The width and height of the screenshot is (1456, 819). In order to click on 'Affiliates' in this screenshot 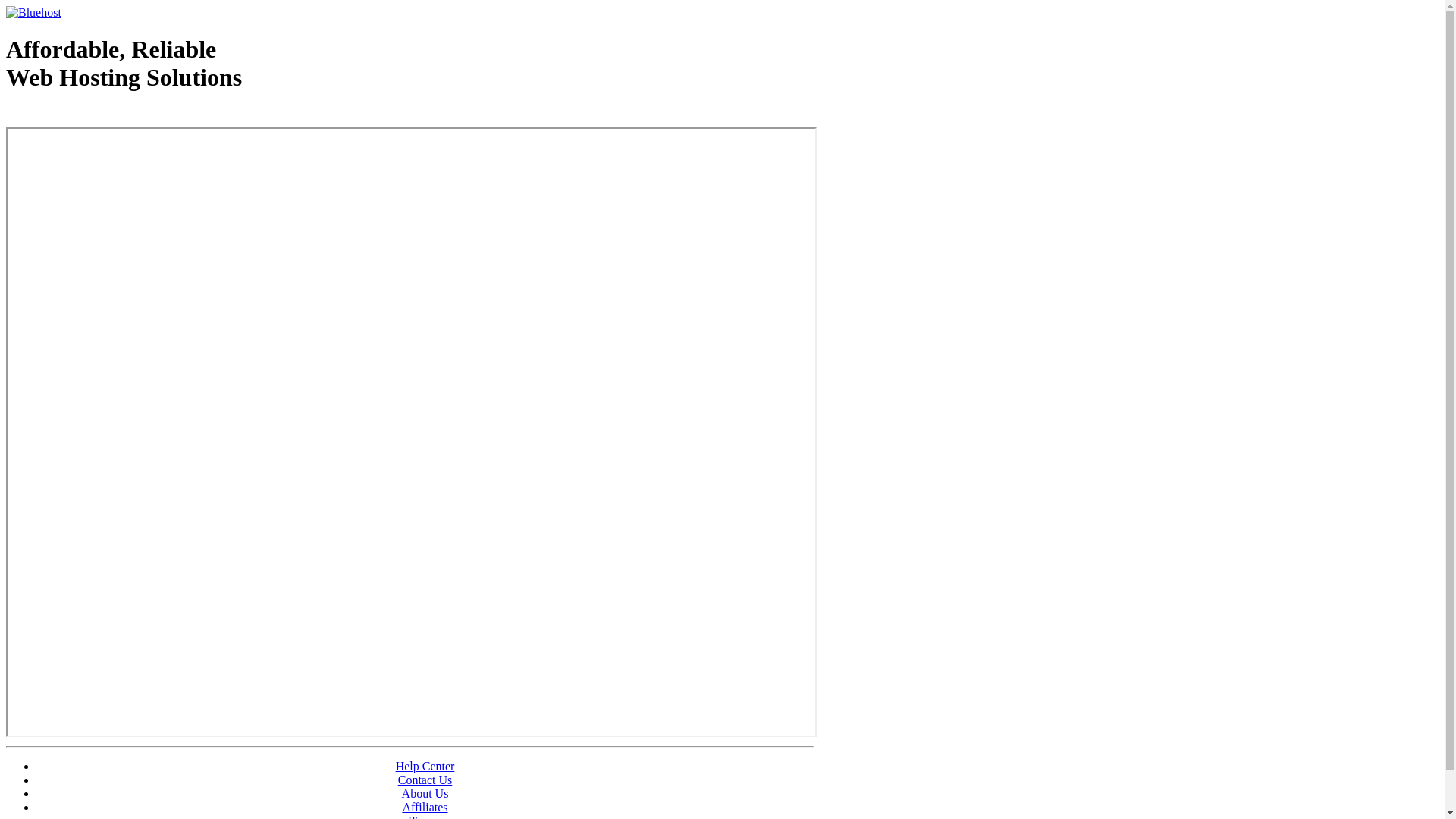, I will do `click(425, 806)`.